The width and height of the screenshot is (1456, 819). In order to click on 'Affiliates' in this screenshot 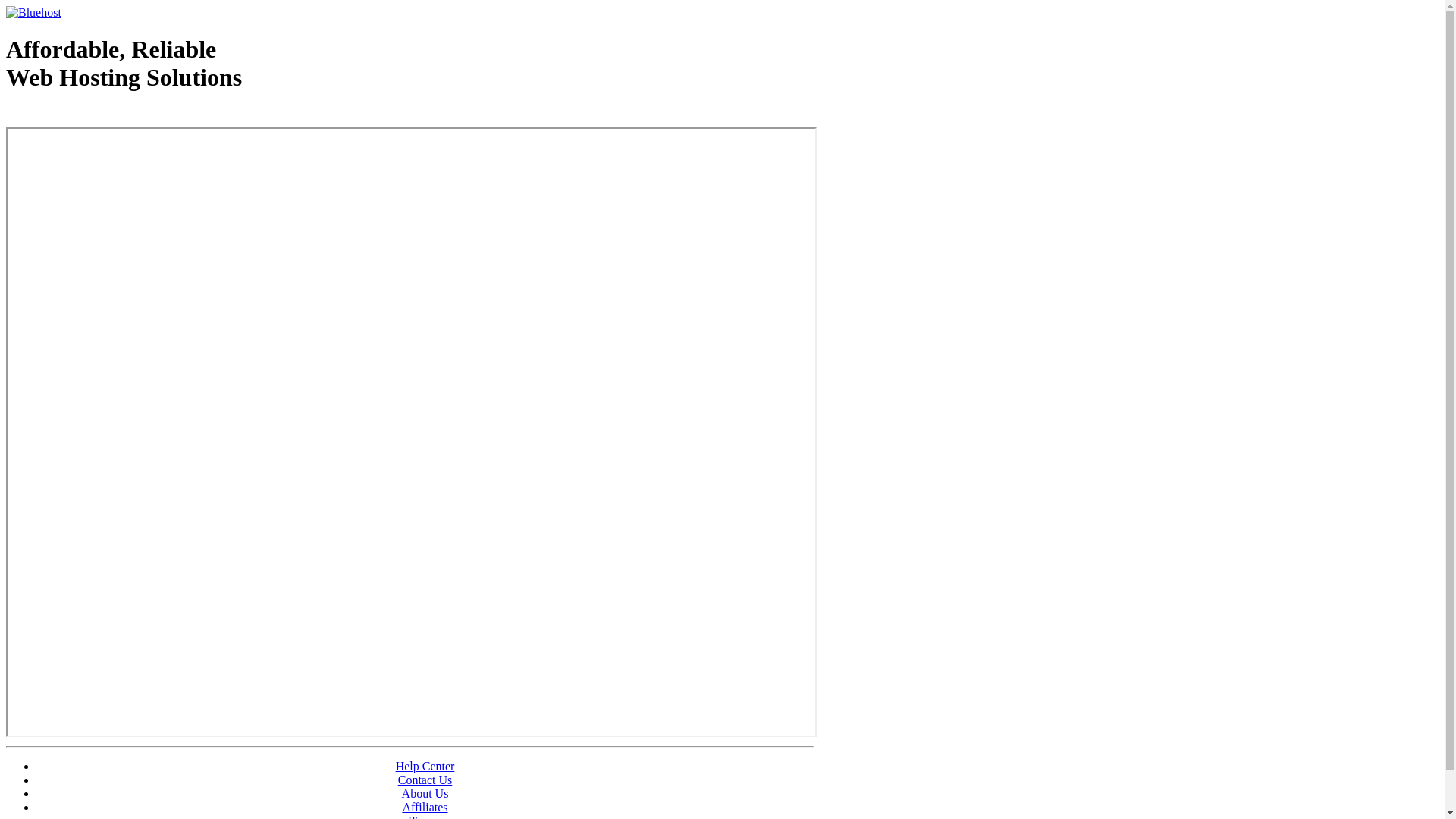, I will do `click(425, 806)`.